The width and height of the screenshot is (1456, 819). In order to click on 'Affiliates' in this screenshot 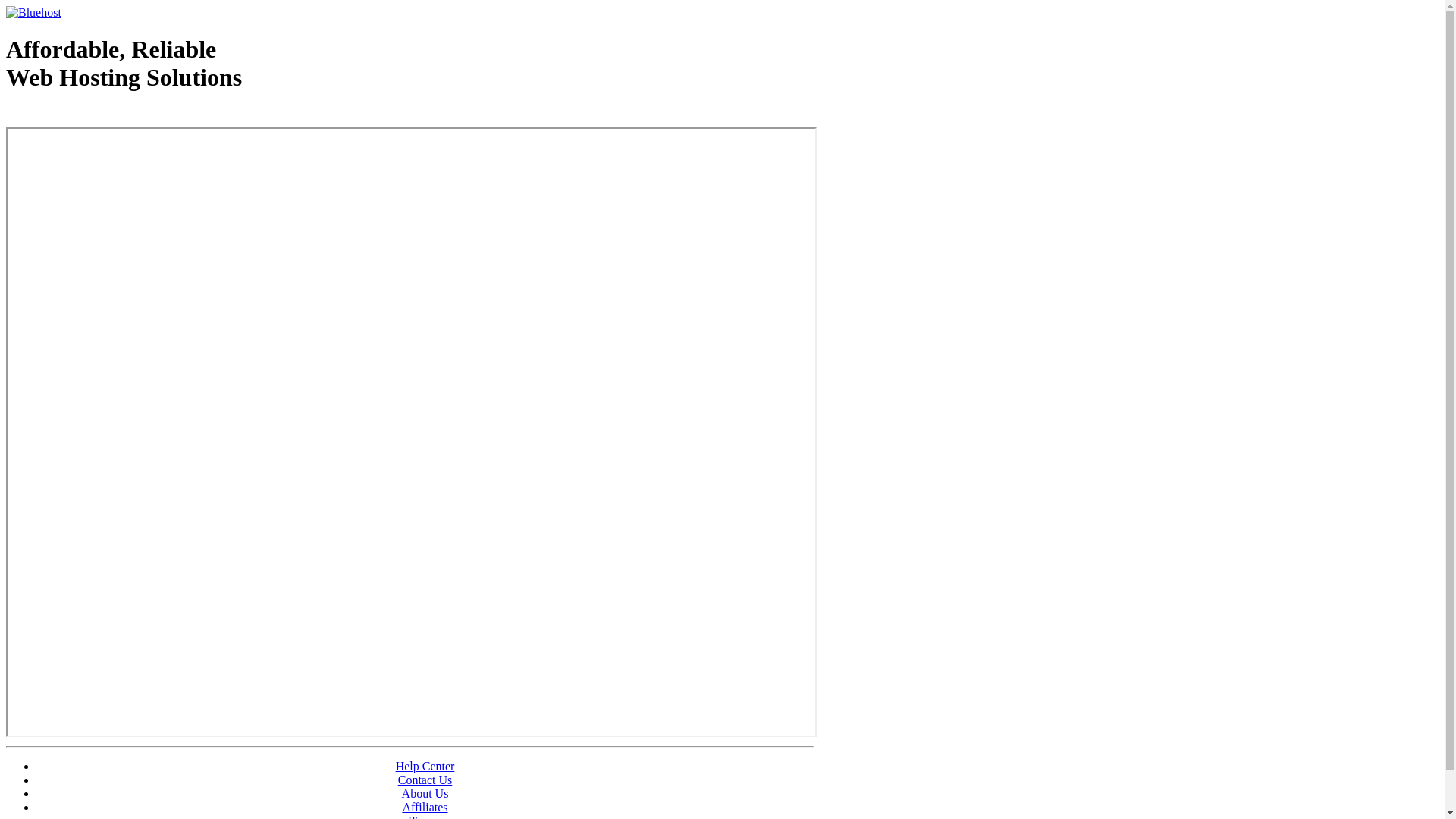, I will do `click(425, 806)`.